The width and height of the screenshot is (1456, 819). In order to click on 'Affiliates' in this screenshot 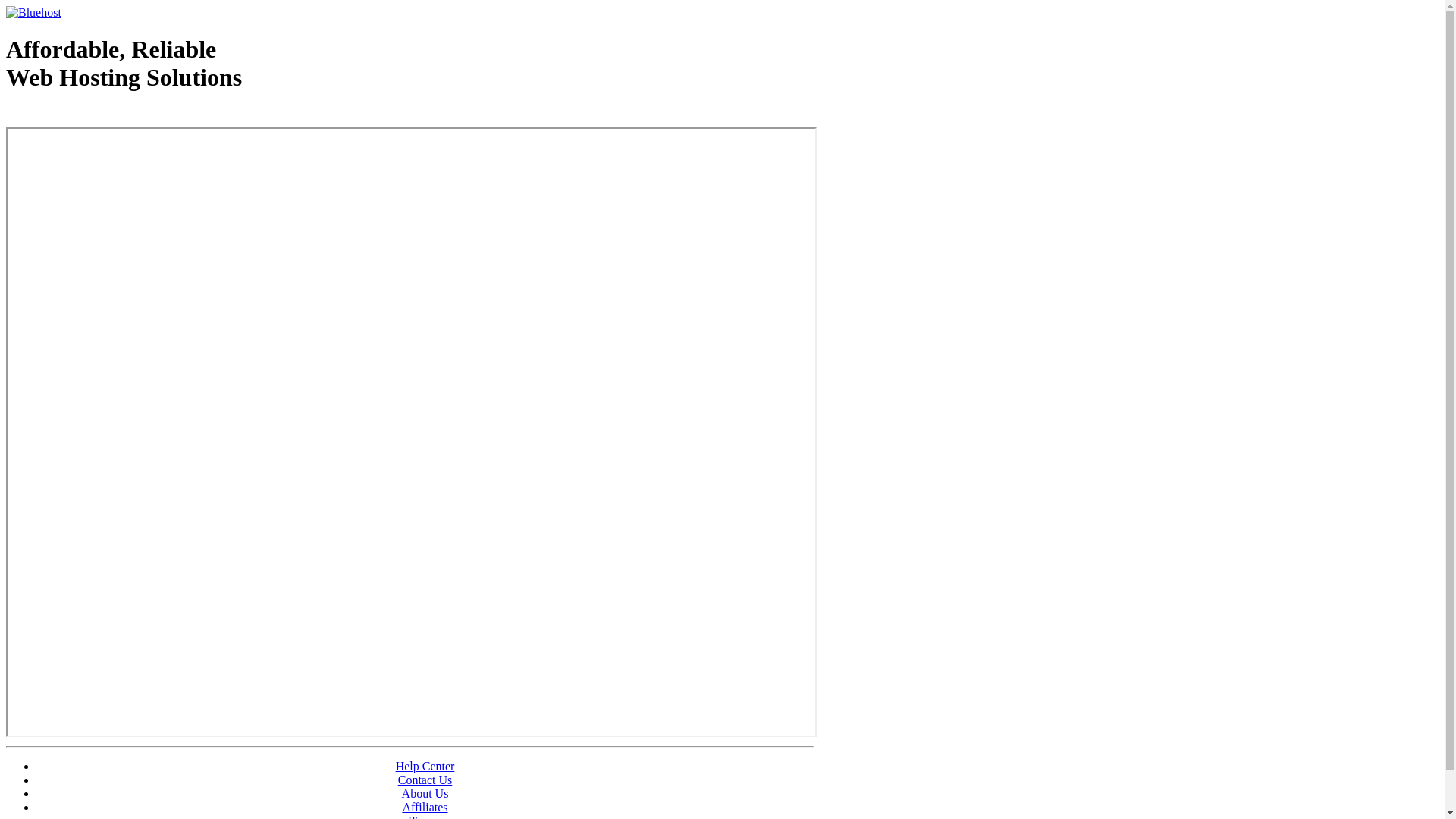, I will do `click(425, 806)`.